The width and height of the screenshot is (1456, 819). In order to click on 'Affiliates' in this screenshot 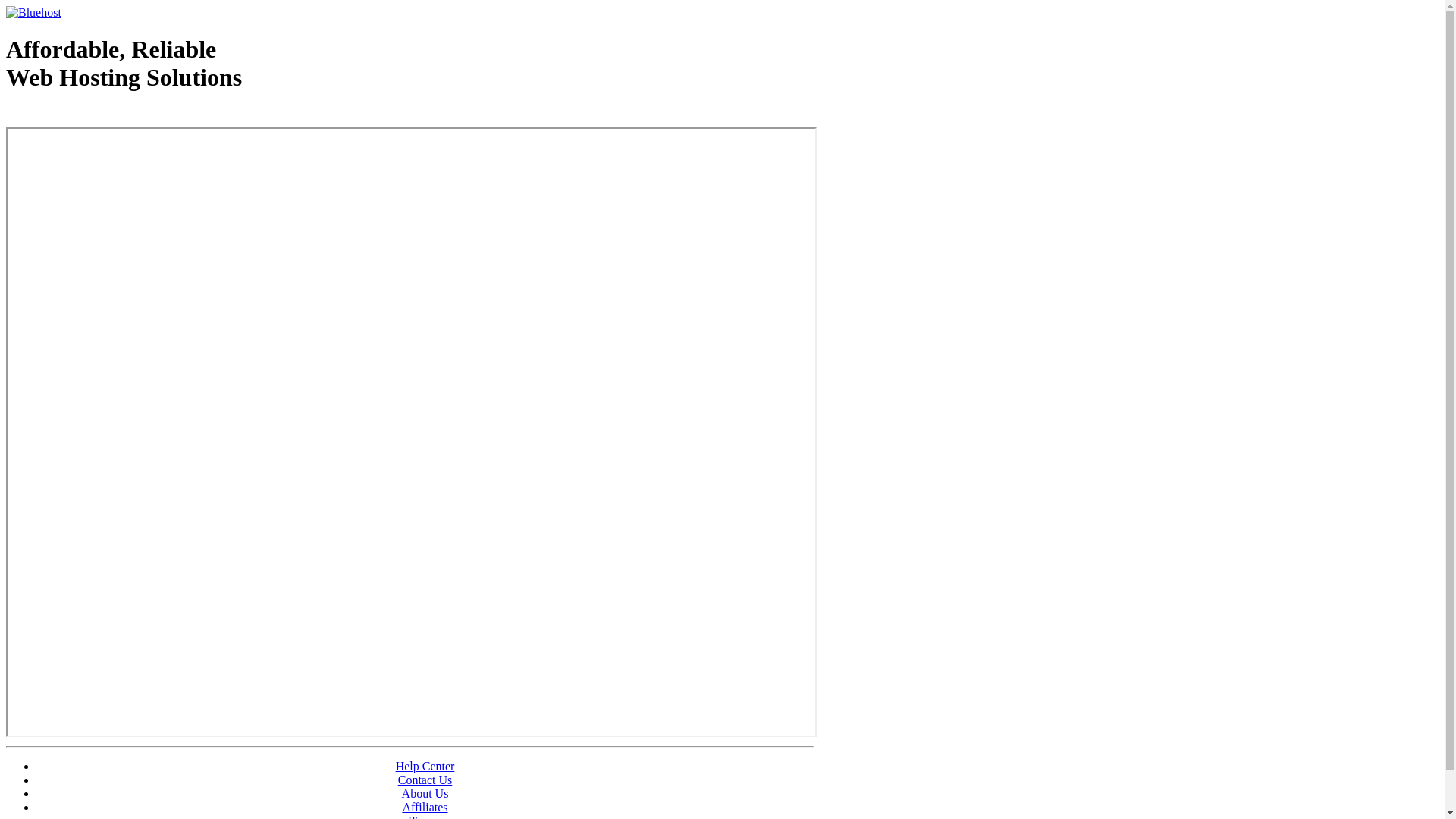, I will do `click(425, 806)`.